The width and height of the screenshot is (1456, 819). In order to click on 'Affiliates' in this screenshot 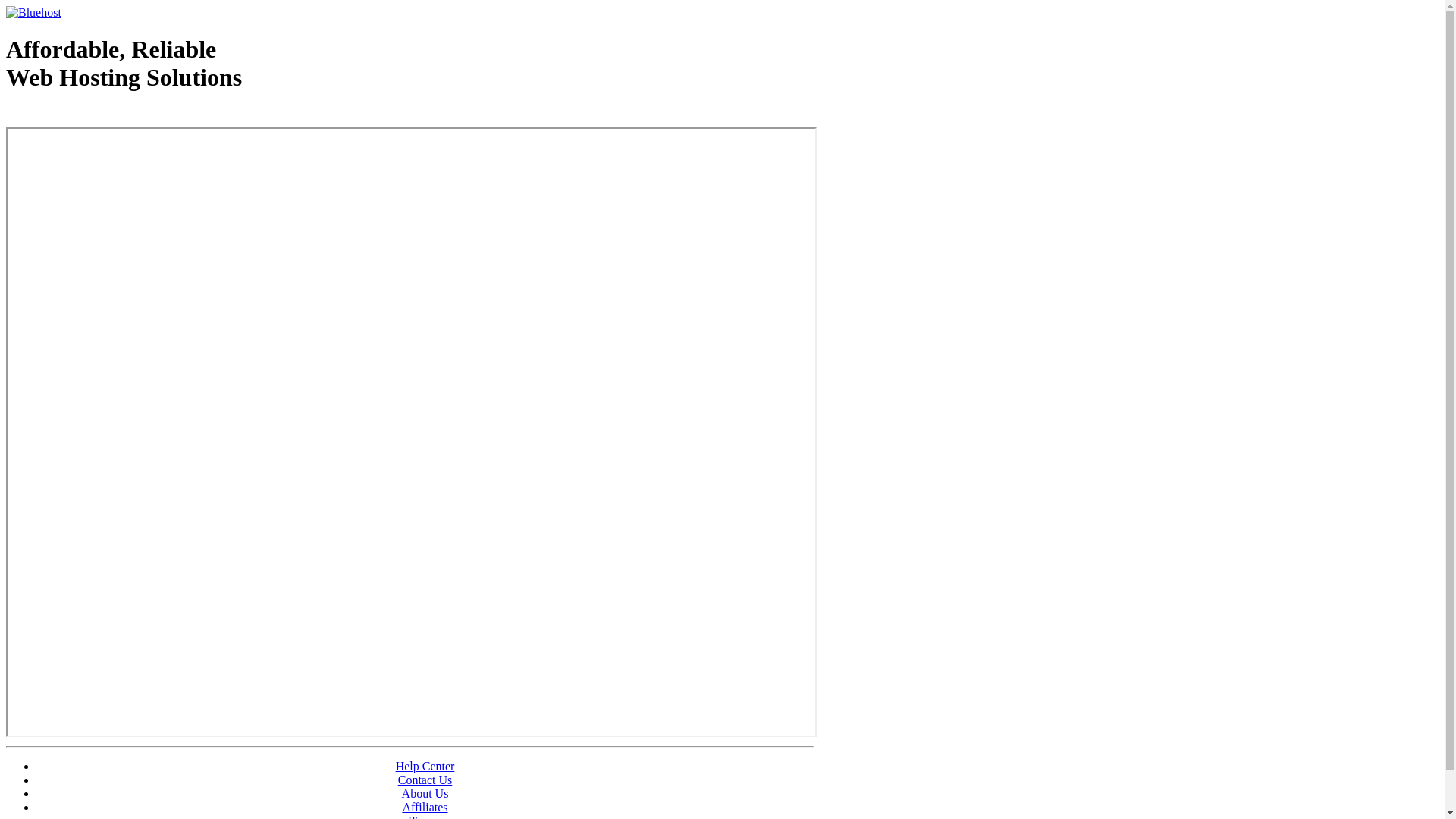, I will do `click(425, 806)`.